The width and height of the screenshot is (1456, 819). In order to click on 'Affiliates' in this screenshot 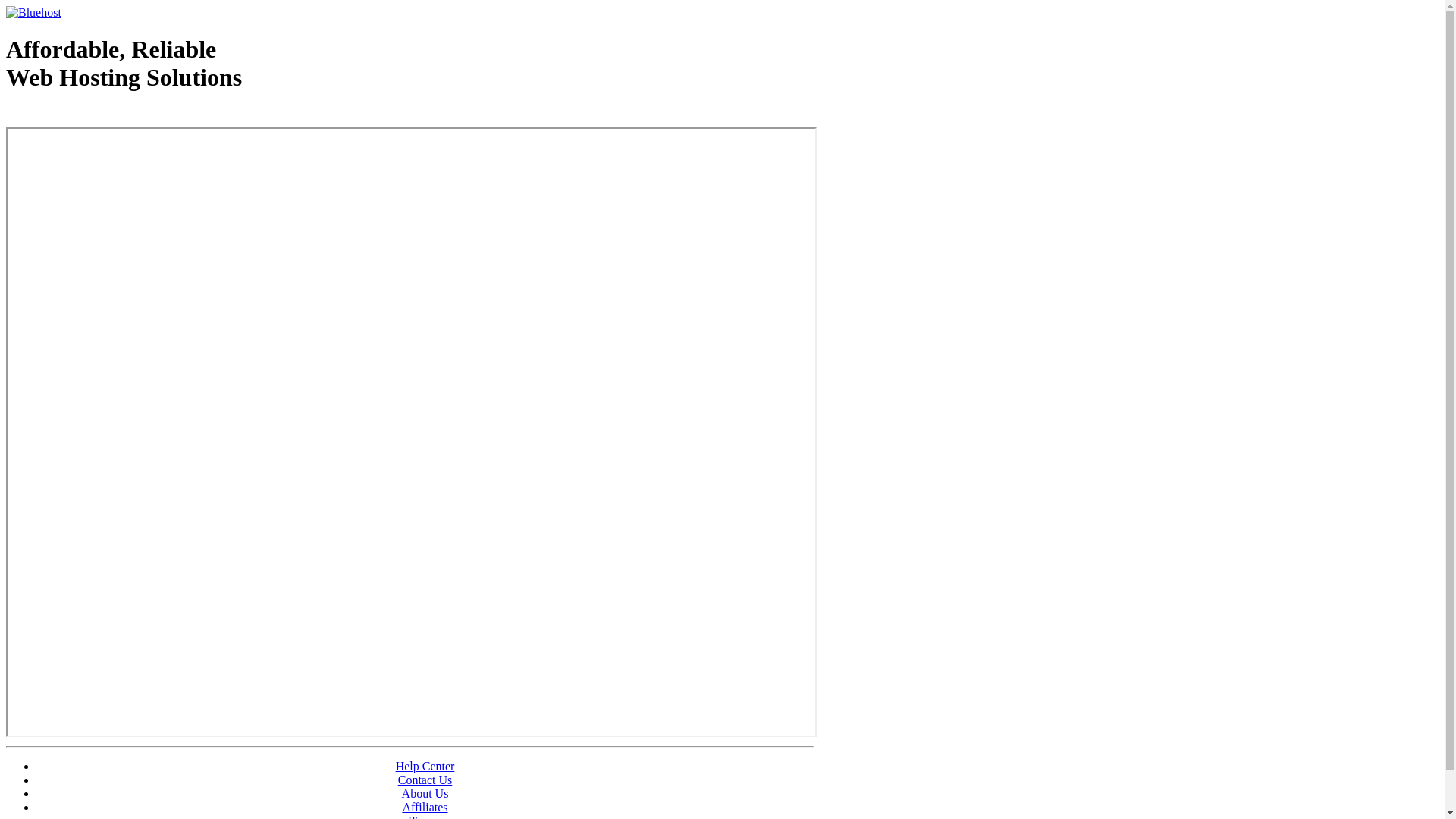, I will do `click(425, 806)`.